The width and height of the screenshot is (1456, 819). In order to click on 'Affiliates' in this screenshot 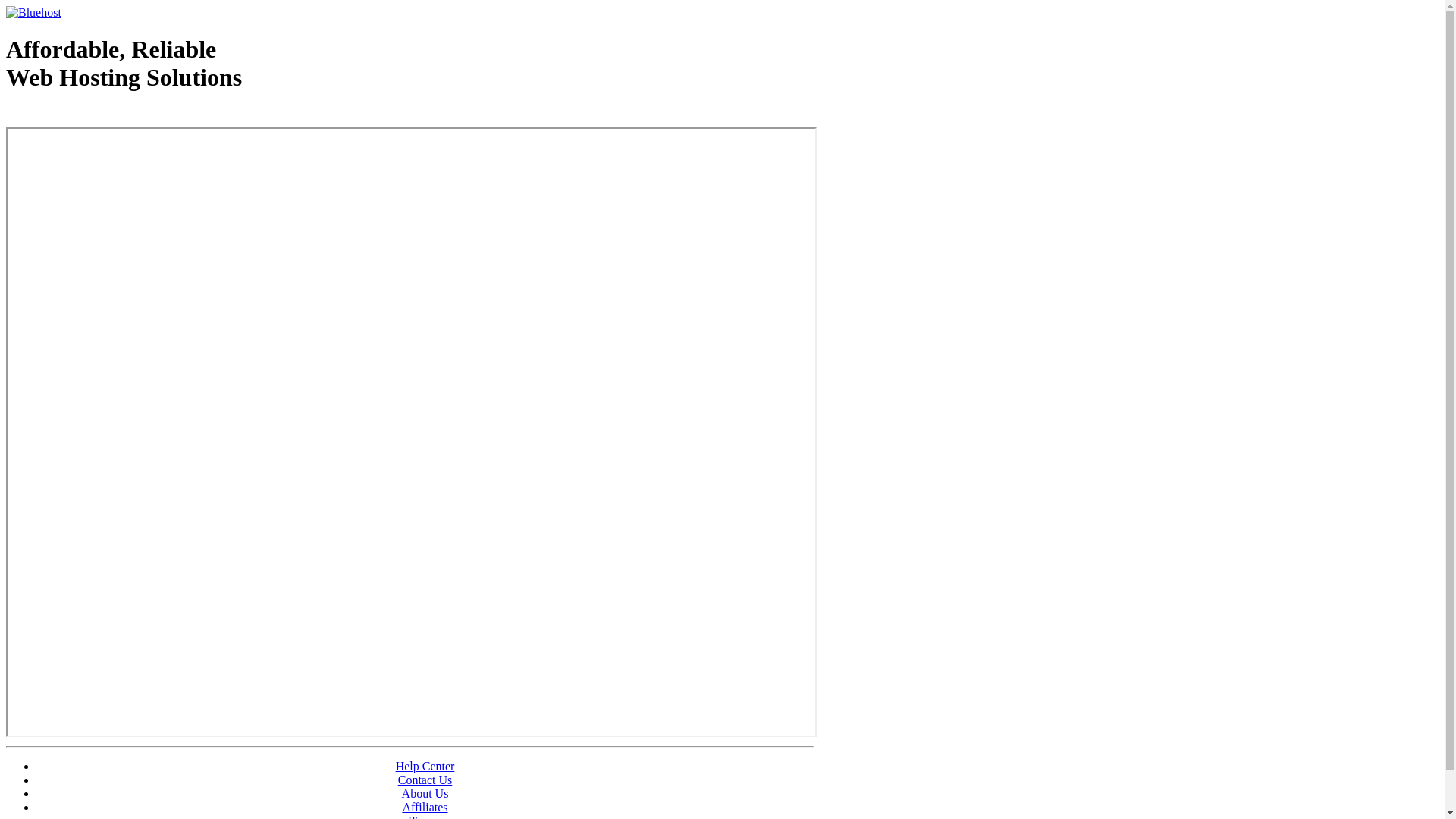, I will do `click(425, 806)`.